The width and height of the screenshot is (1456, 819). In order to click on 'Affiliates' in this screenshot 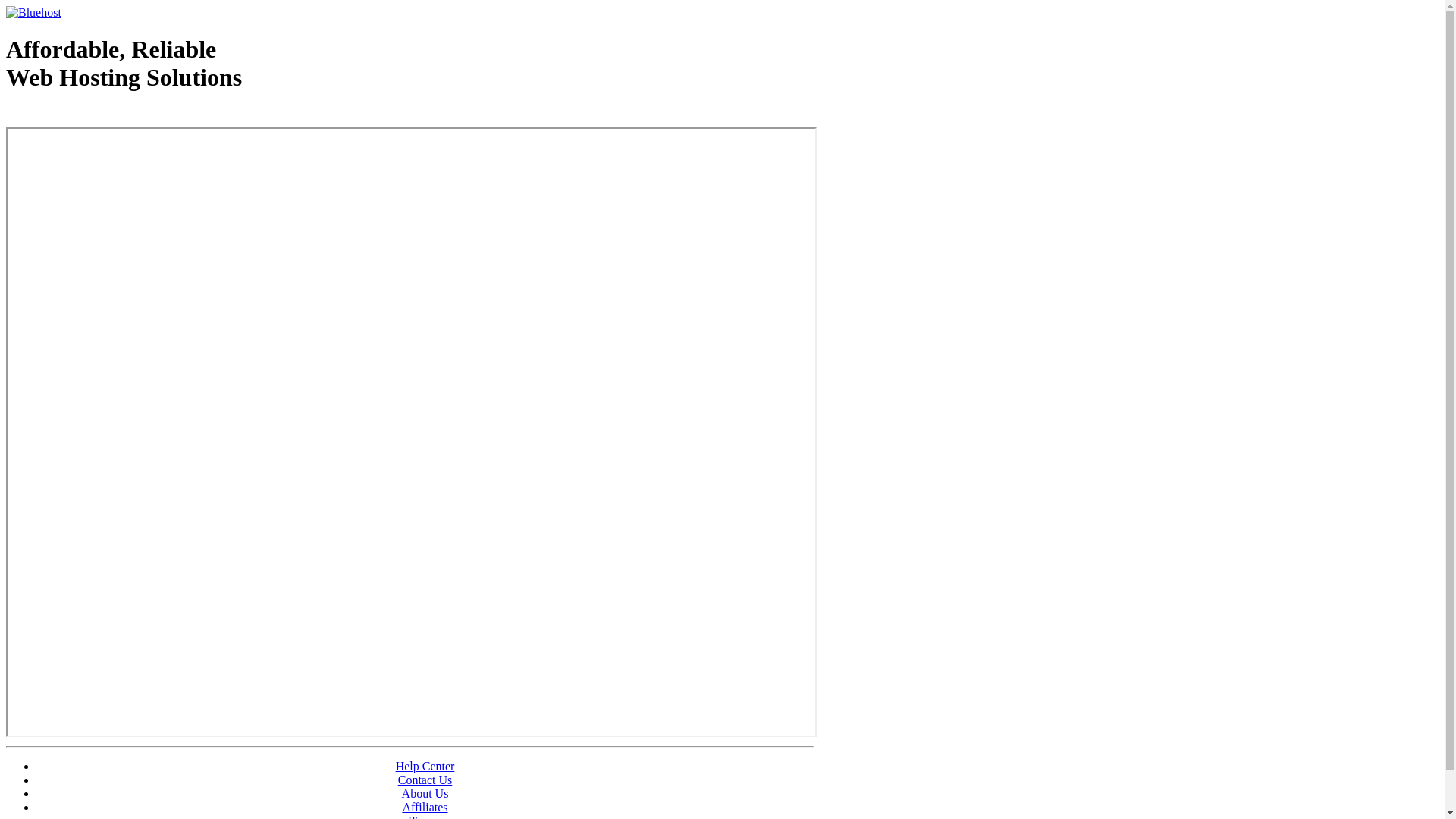, I will do `click(425, 806)`.